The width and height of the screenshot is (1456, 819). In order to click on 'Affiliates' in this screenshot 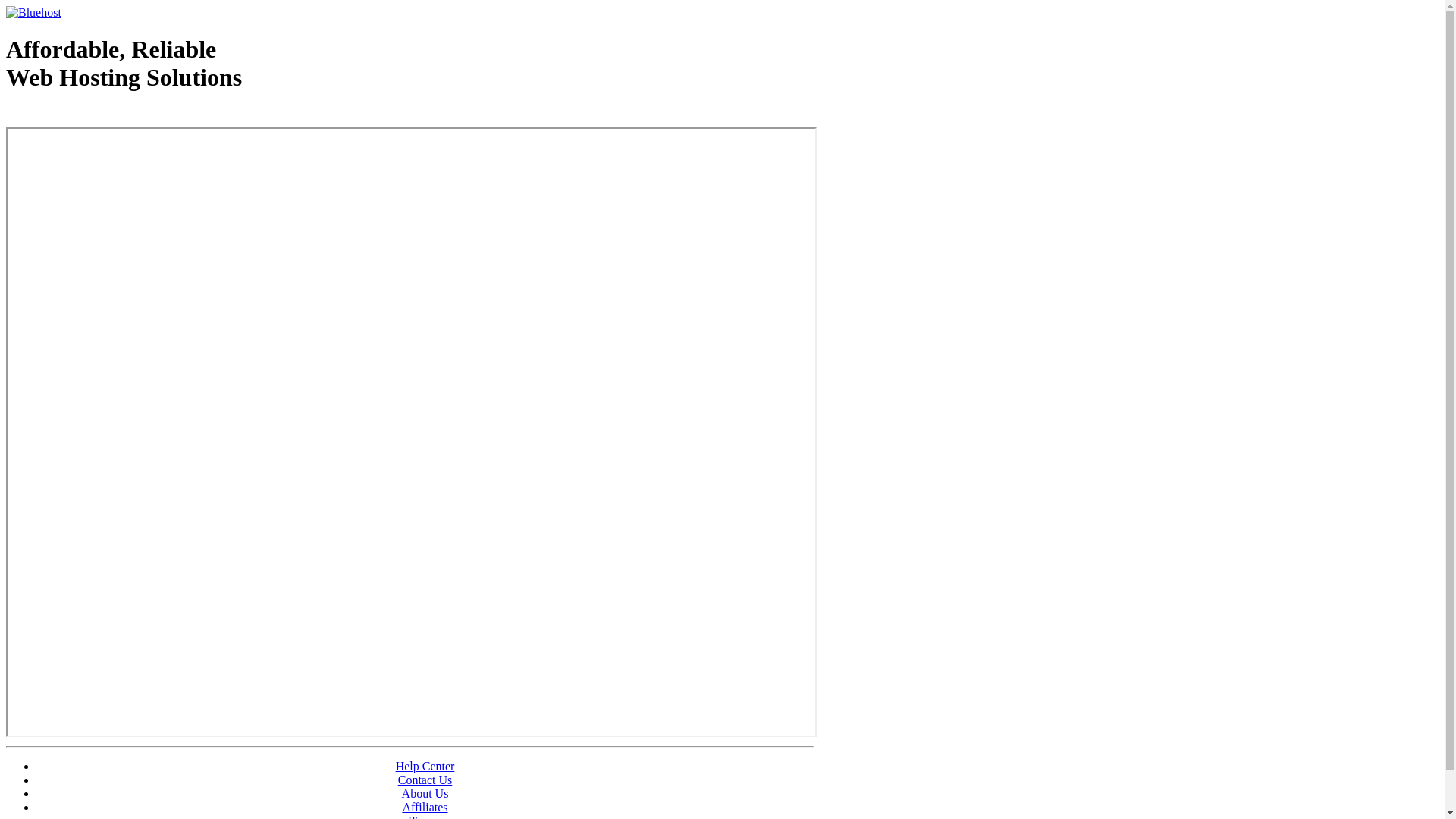, I will do `click(425, 806)`.